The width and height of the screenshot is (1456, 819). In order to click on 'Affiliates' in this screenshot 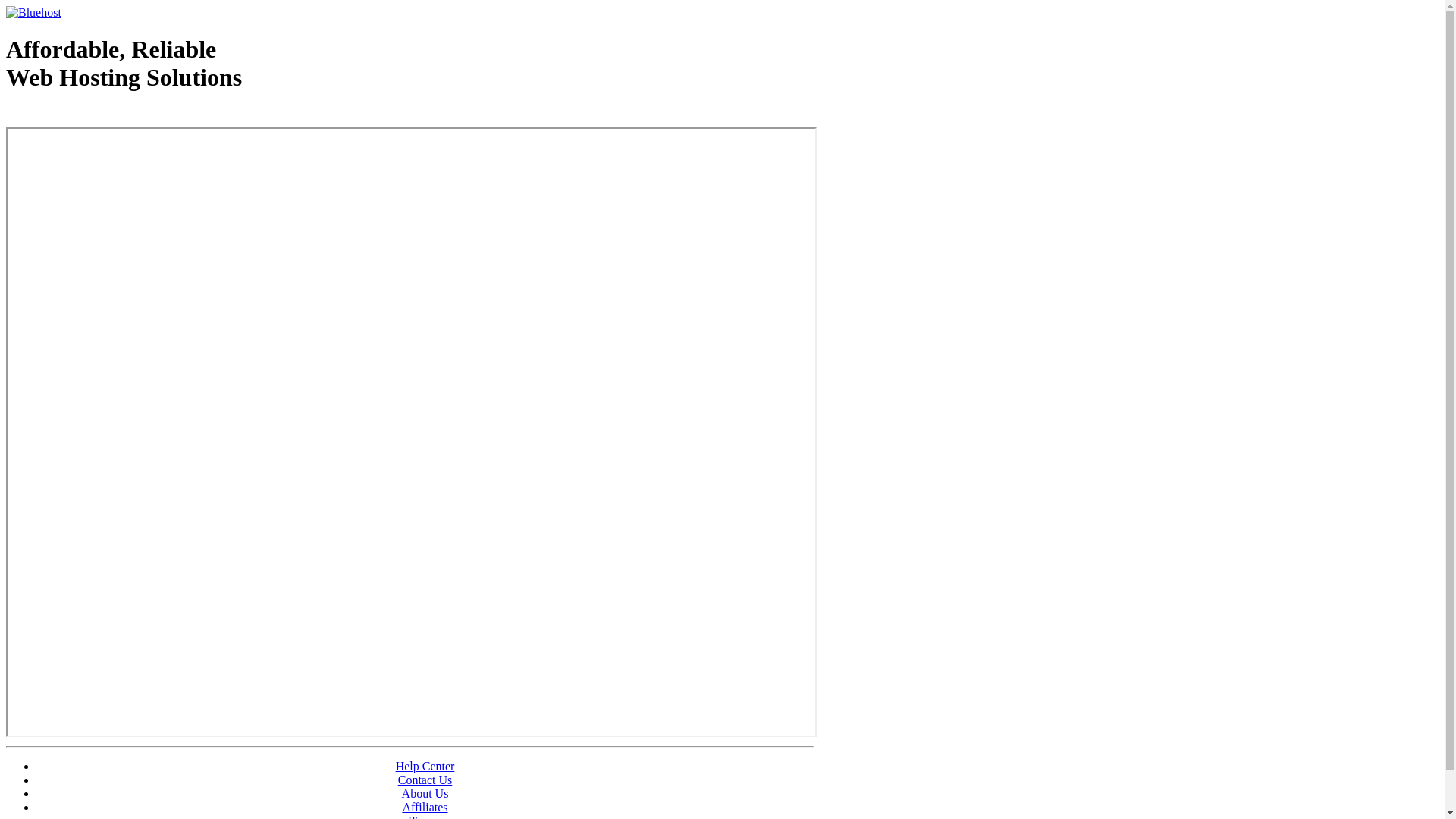, I will do `click(425, 806)`.